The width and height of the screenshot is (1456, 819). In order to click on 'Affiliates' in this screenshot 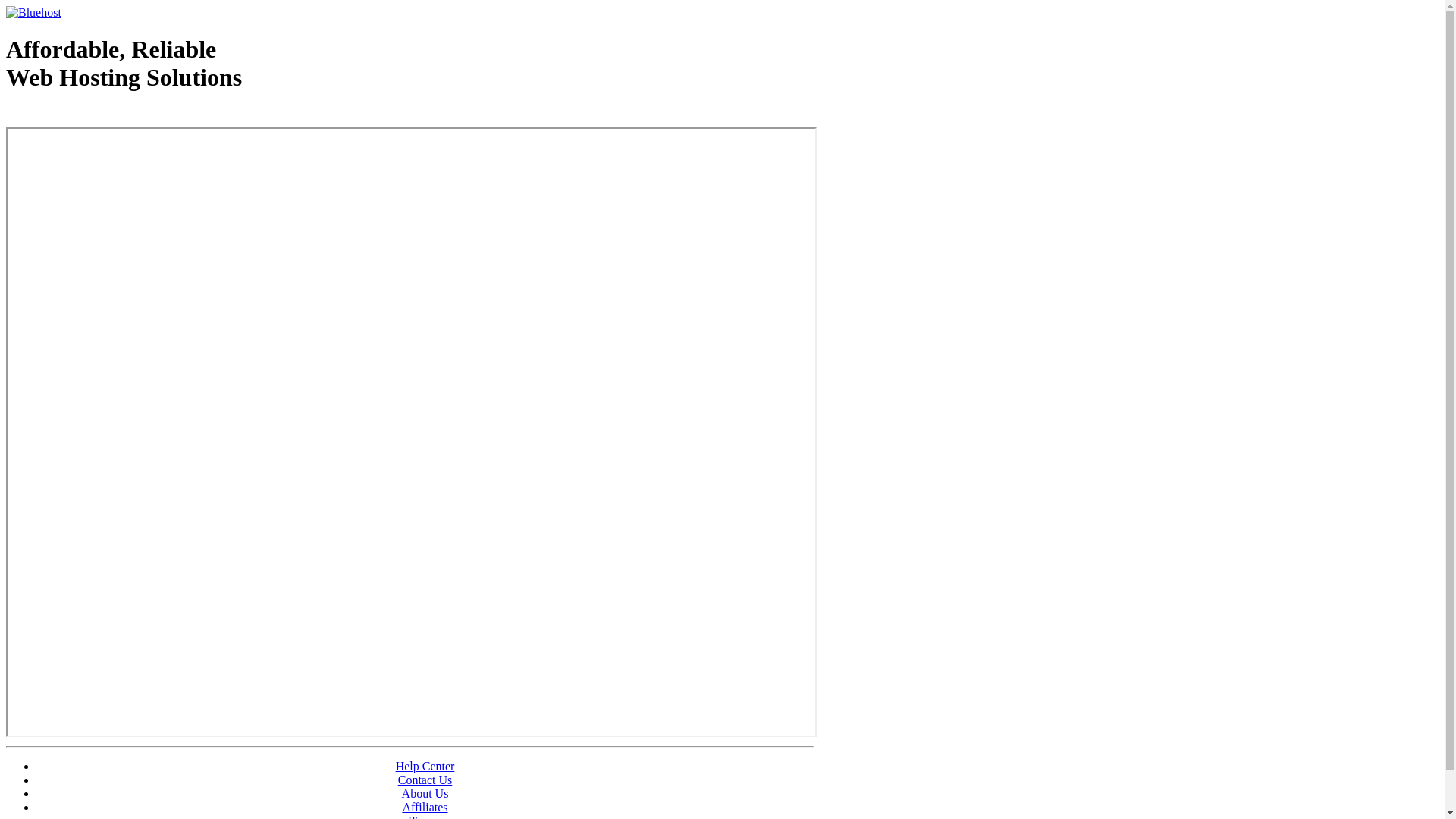, I will do `click(425, 806)`.